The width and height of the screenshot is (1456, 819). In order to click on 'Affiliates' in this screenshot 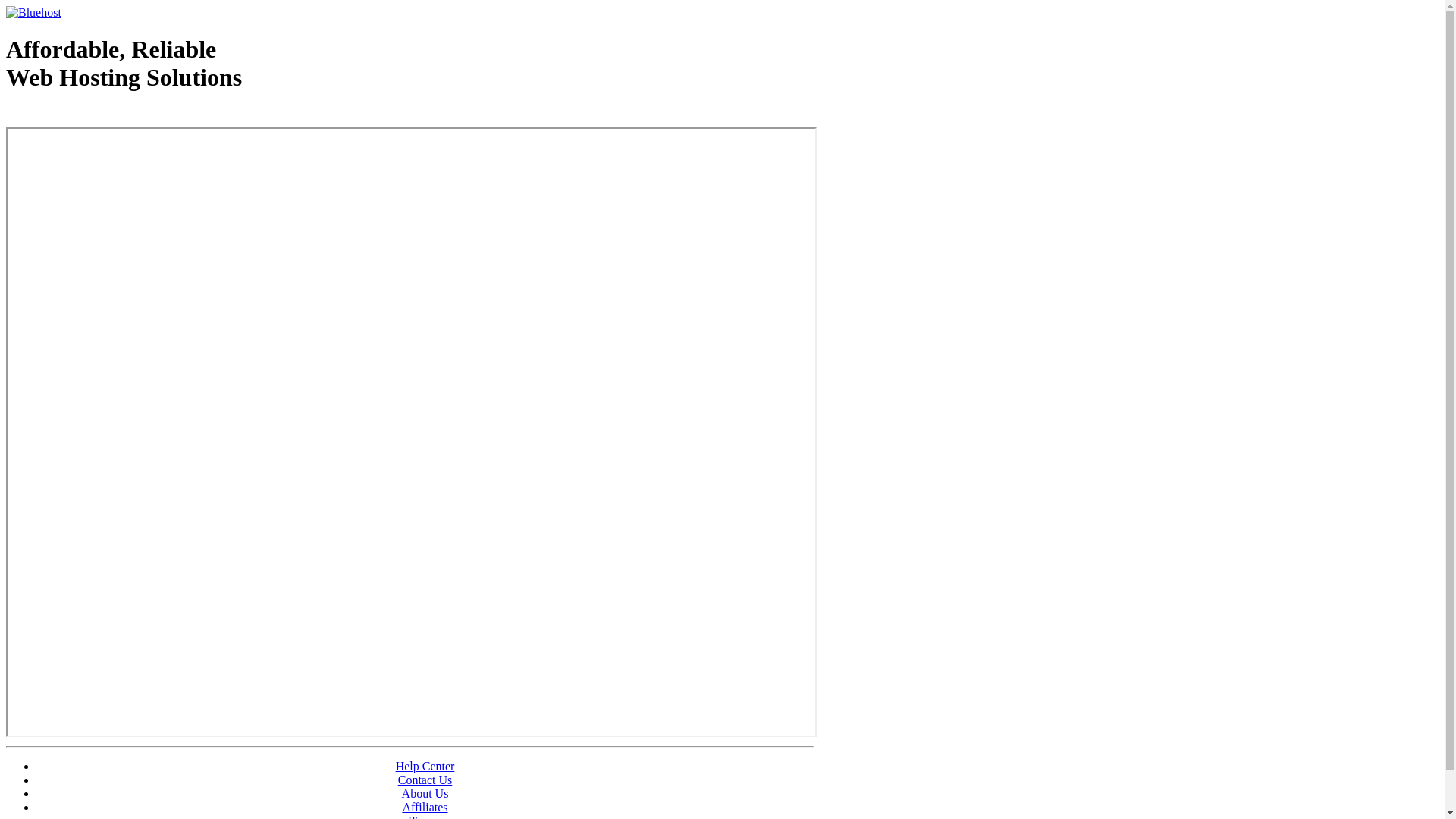, I will do `click(425, 806)`.